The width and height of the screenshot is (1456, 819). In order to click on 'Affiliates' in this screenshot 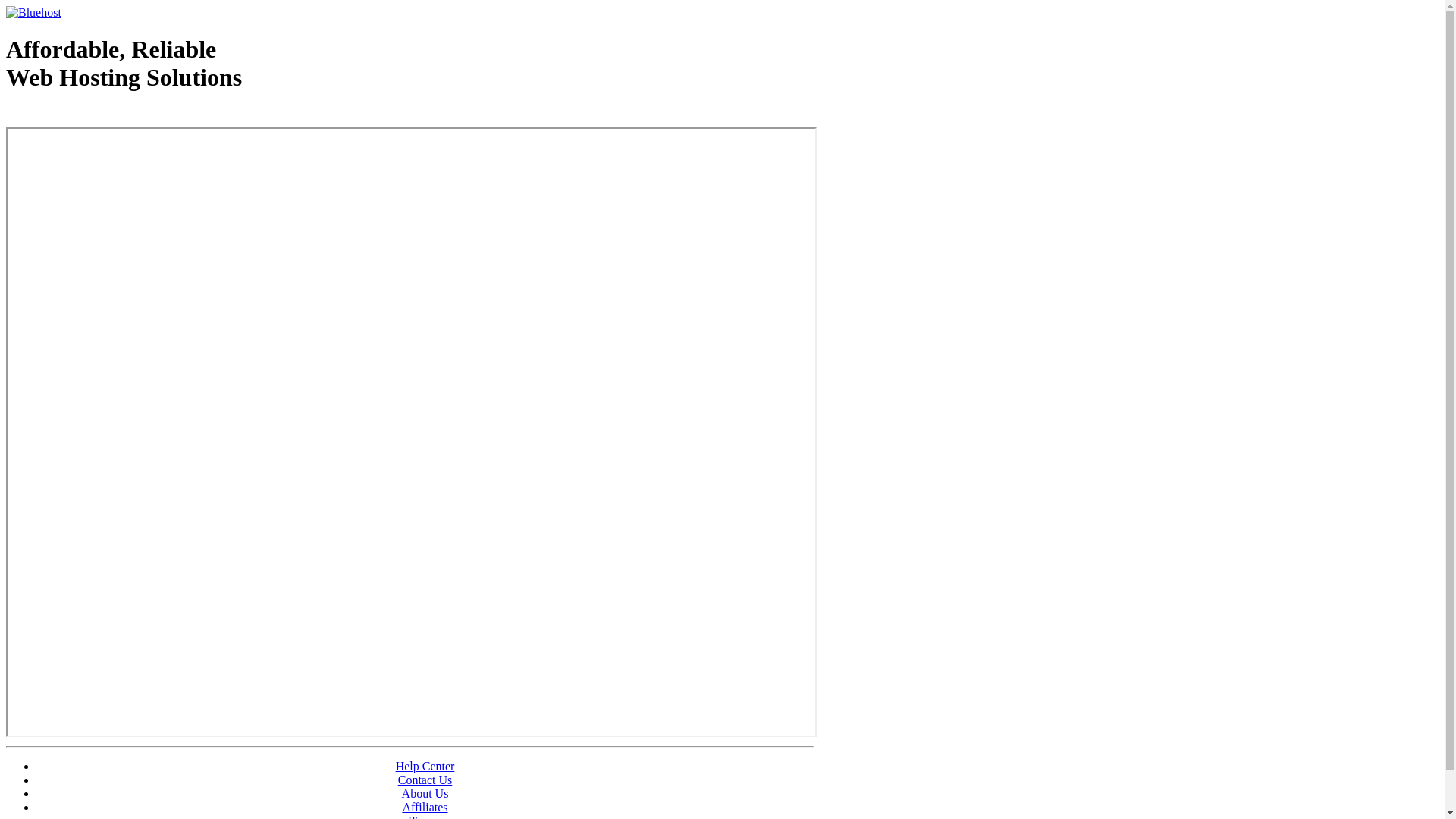, I will do `click(425, 806)`.